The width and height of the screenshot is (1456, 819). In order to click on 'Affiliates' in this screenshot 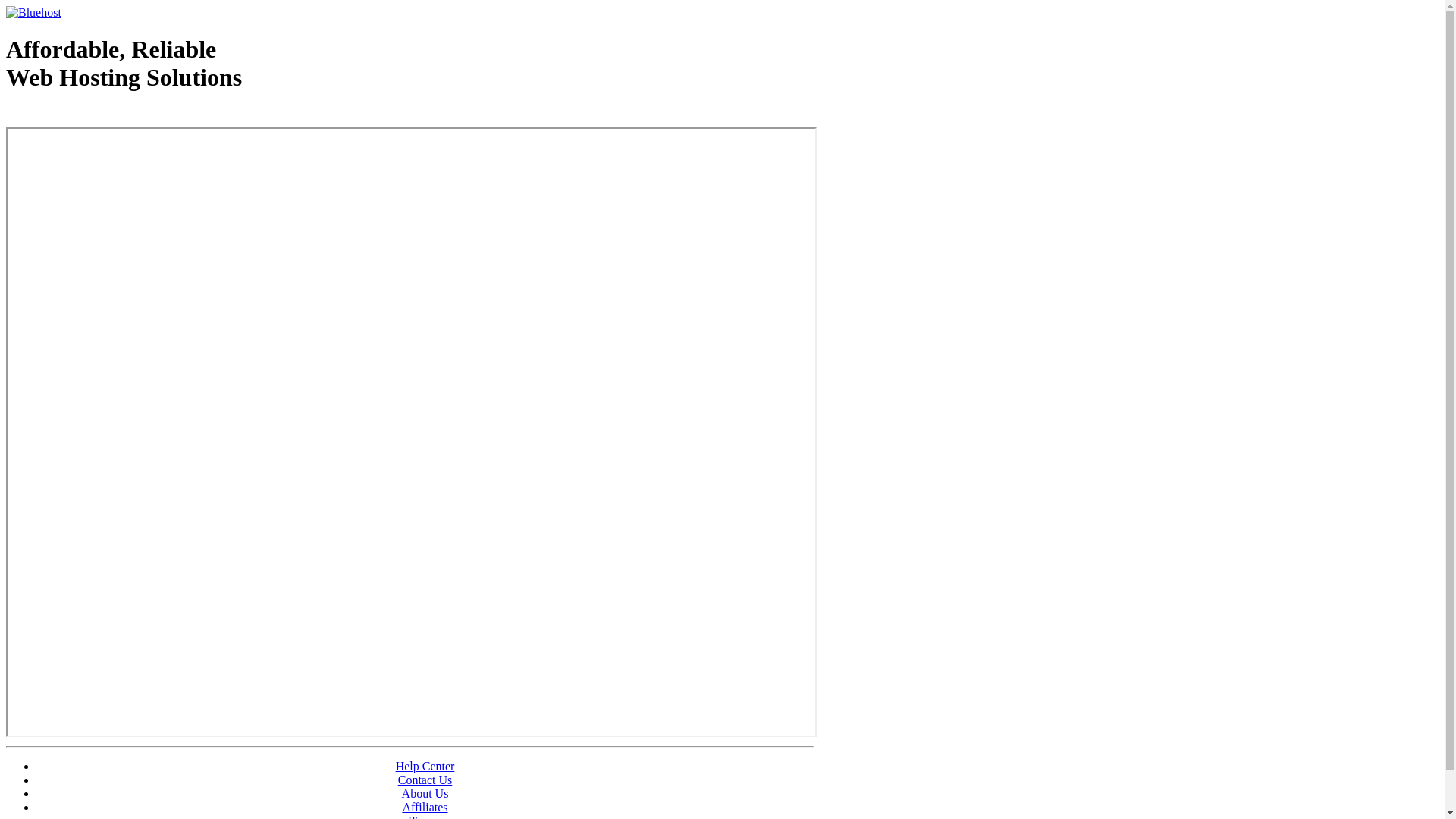, I will do `click(425, 806)`.